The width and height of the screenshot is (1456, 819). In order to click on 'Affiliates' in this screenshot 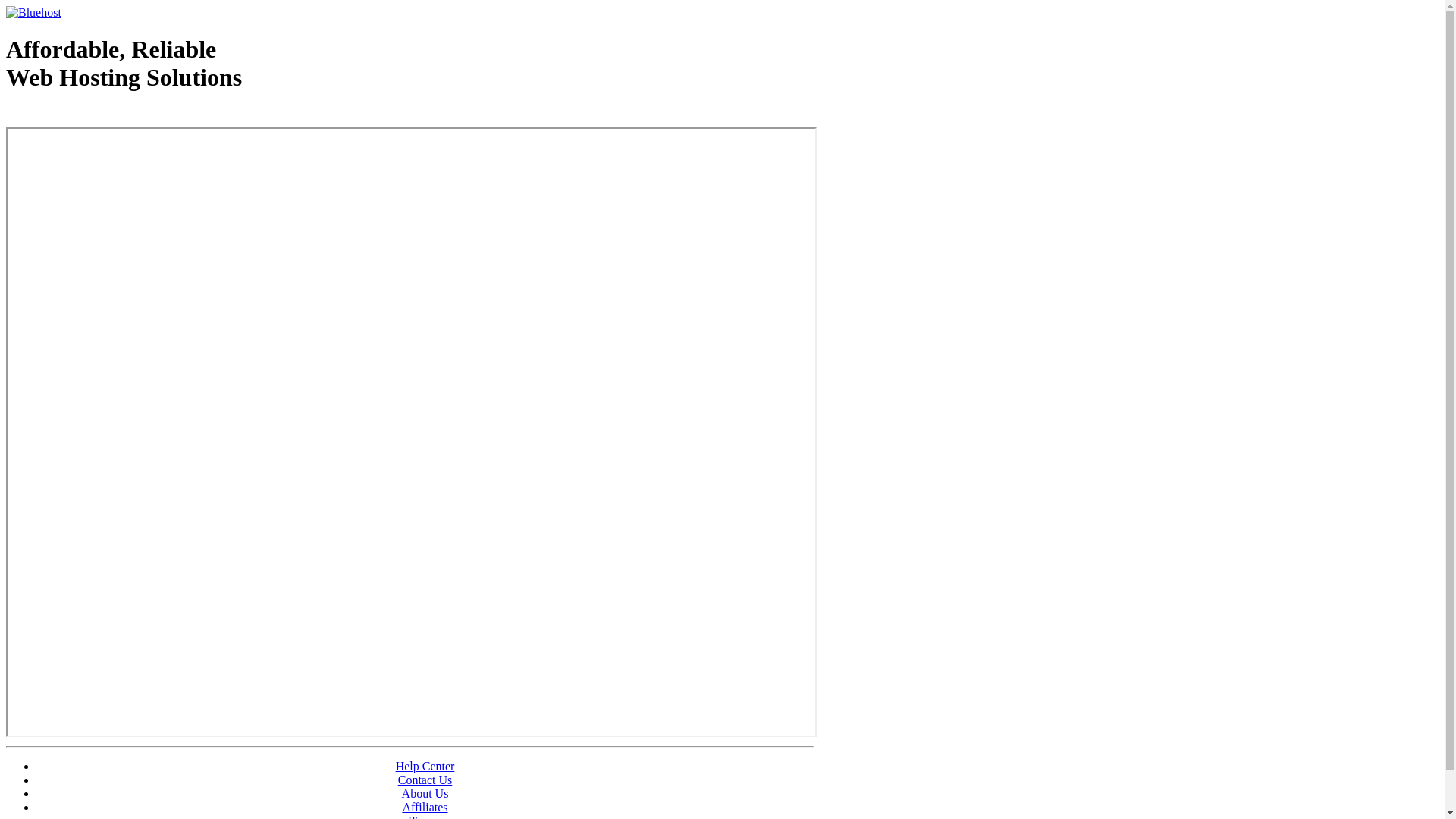, I will do `click(425, 806)`.